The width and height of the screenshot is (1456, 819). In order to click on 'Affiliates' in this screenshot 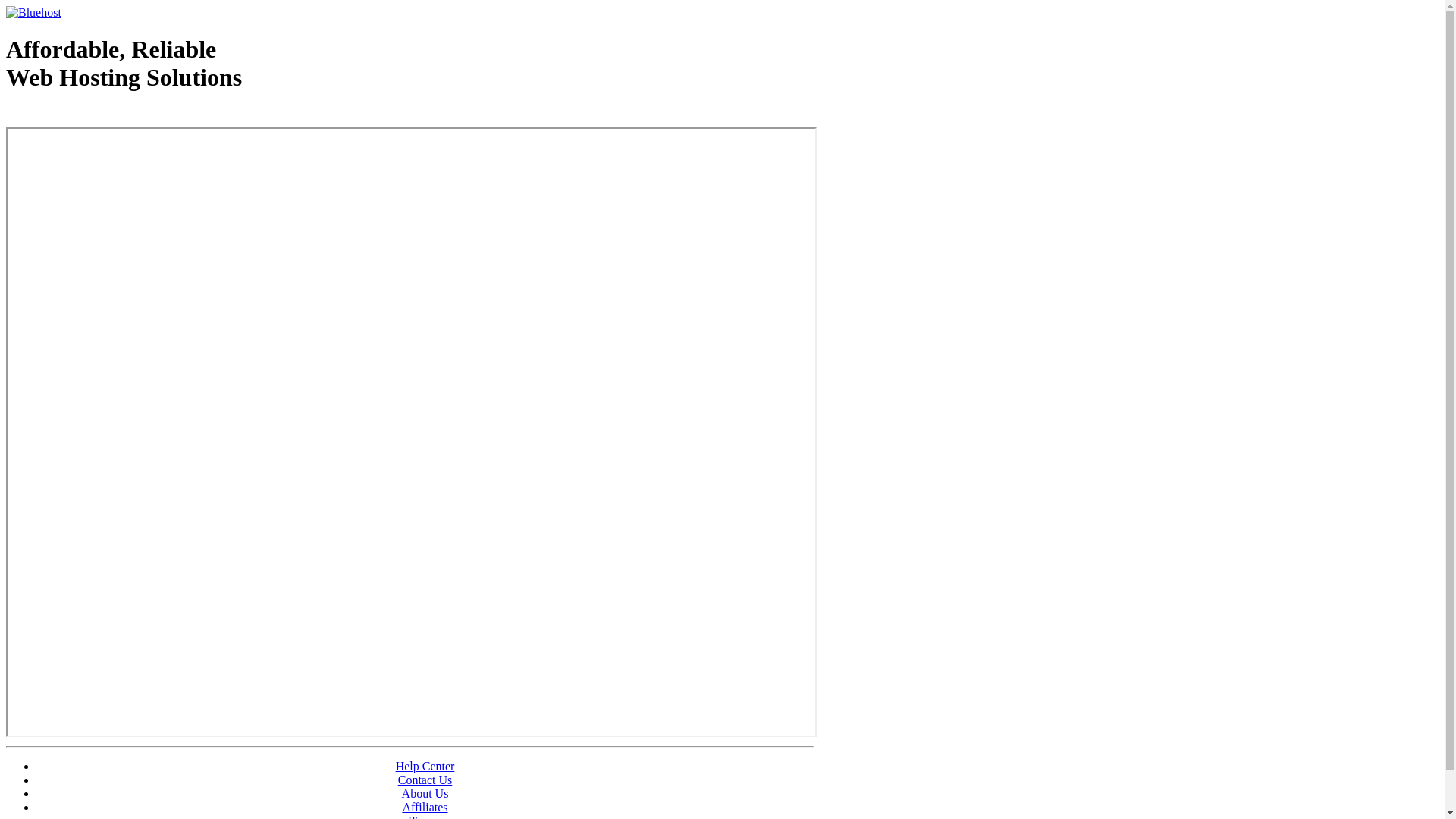, I will do `click(425, 806)`.